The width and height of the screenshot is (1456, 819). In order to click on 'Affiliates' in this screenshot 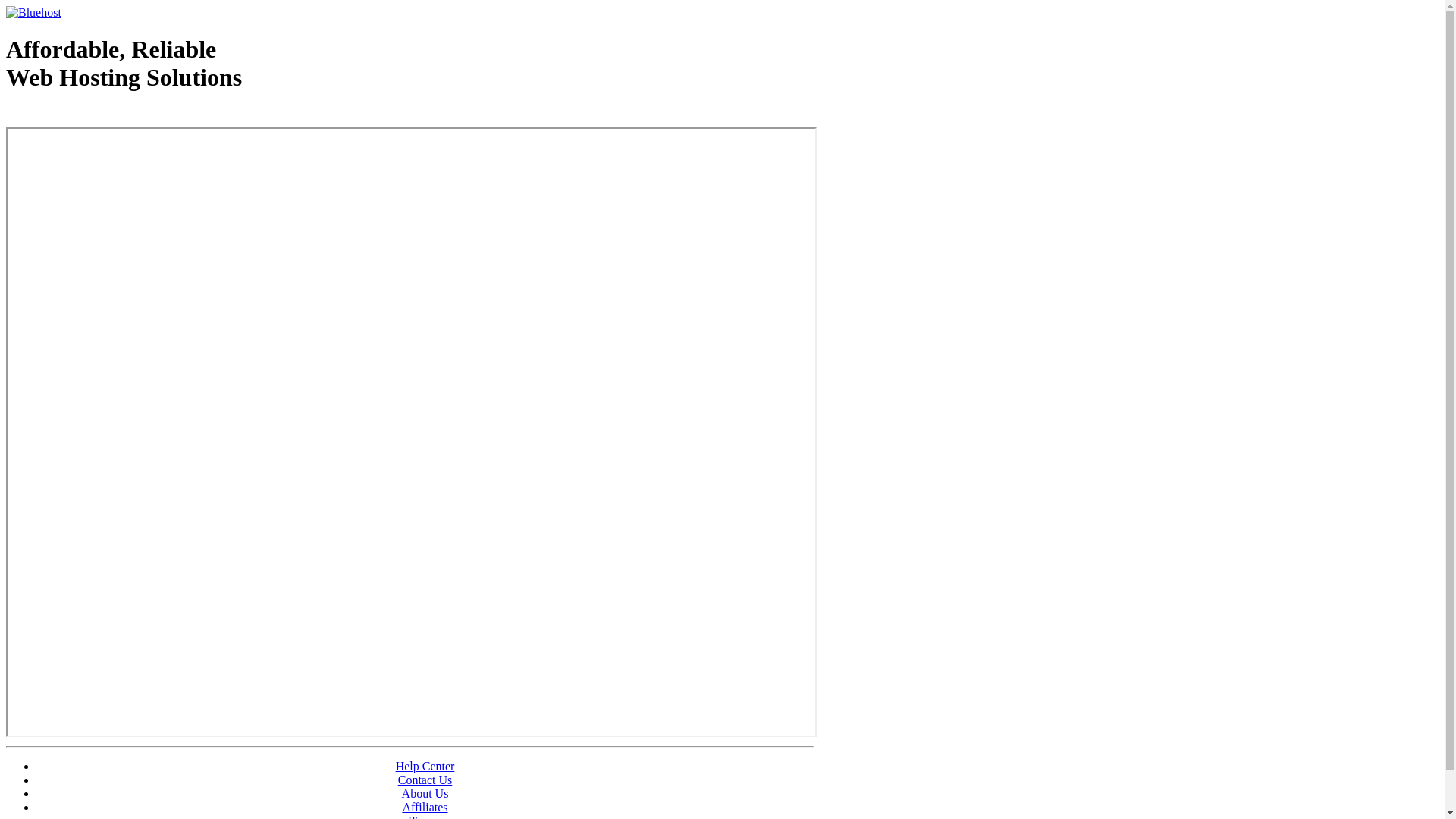, I will do `click(425, 806)`.